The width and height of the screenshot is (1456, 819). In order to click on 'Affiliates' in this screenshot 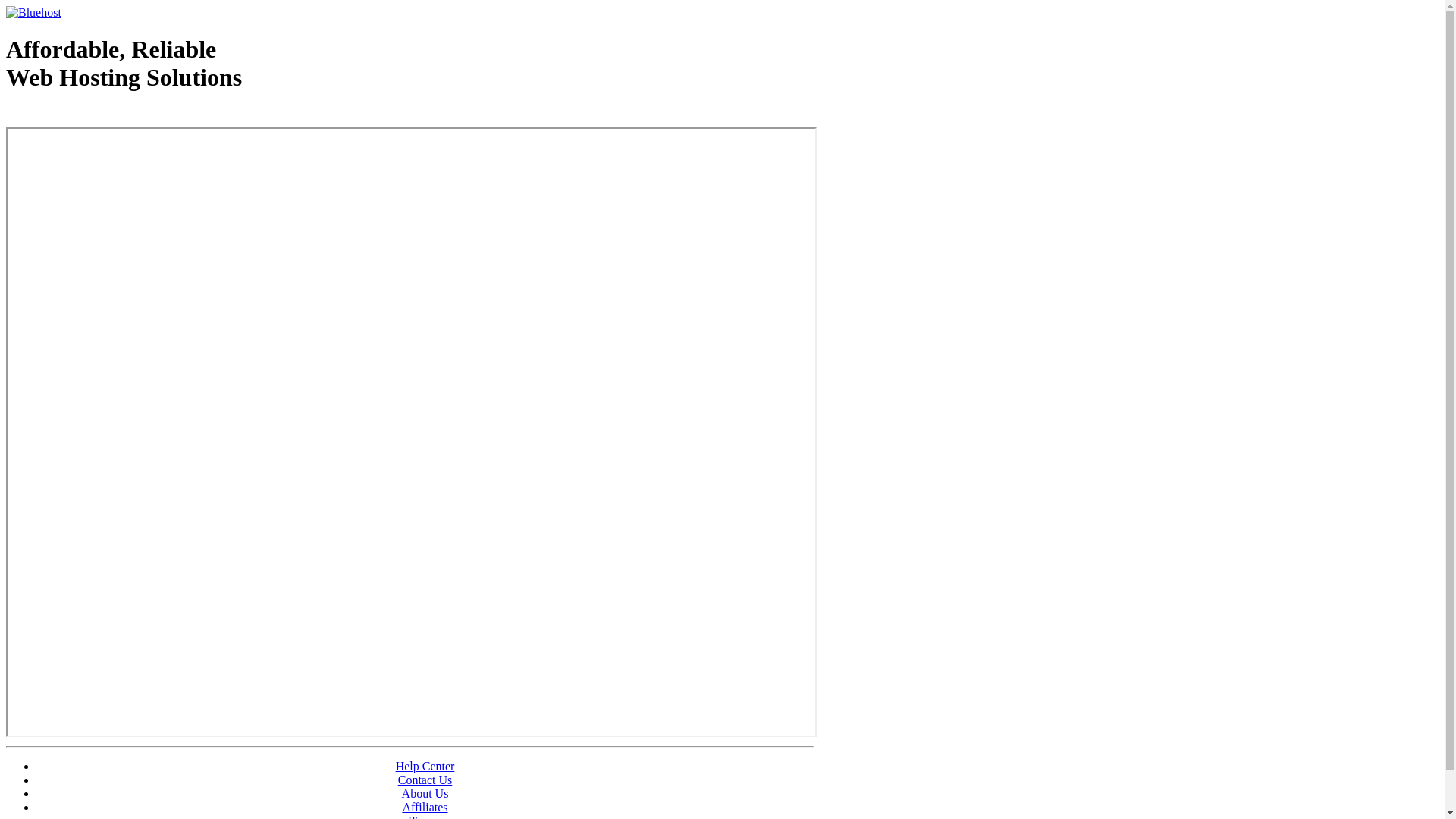, I will do `click(425, 806)`.